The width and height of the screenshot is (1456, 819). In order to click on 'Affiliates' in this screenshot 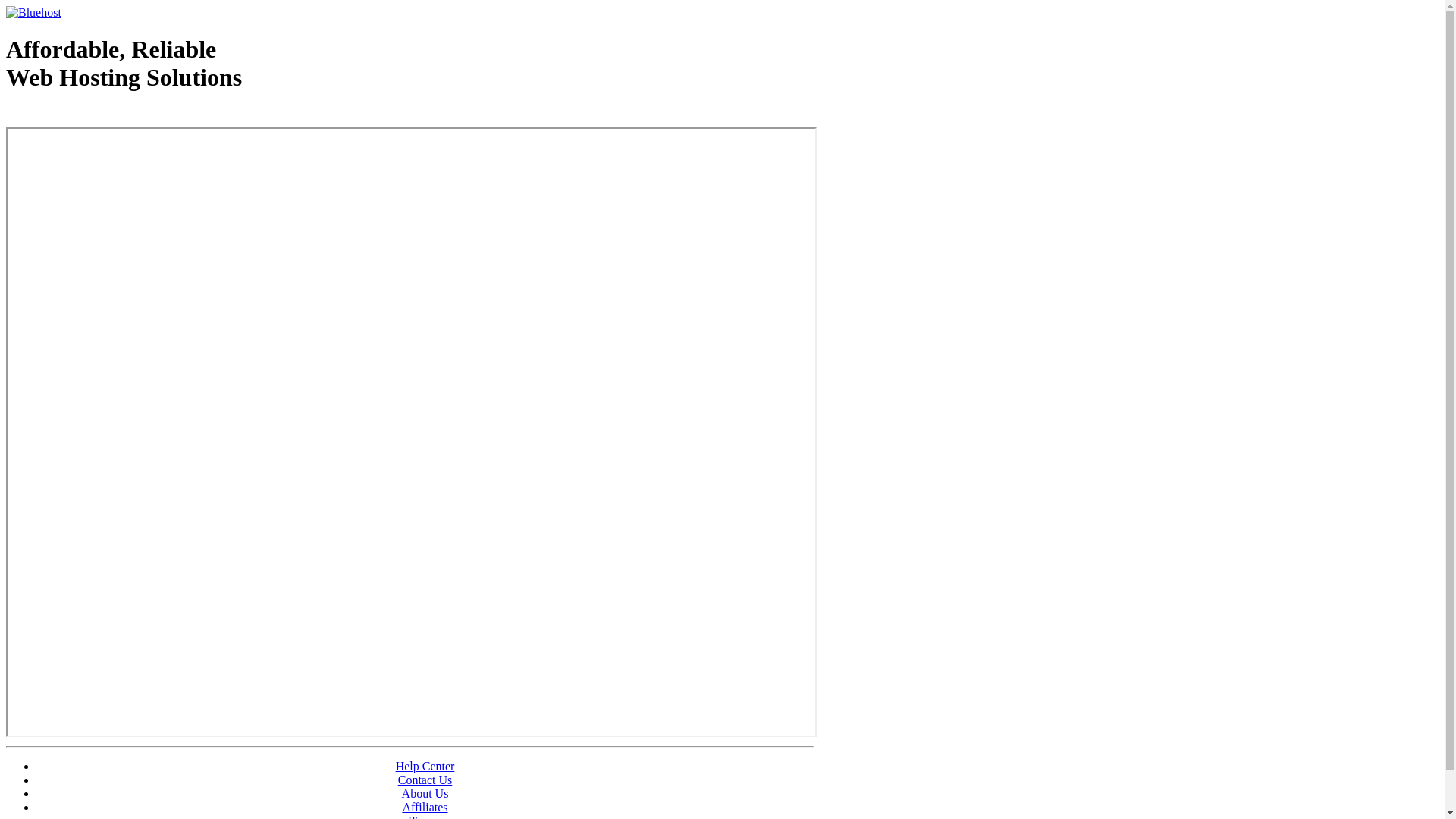, I will do `click(425, 806)`.